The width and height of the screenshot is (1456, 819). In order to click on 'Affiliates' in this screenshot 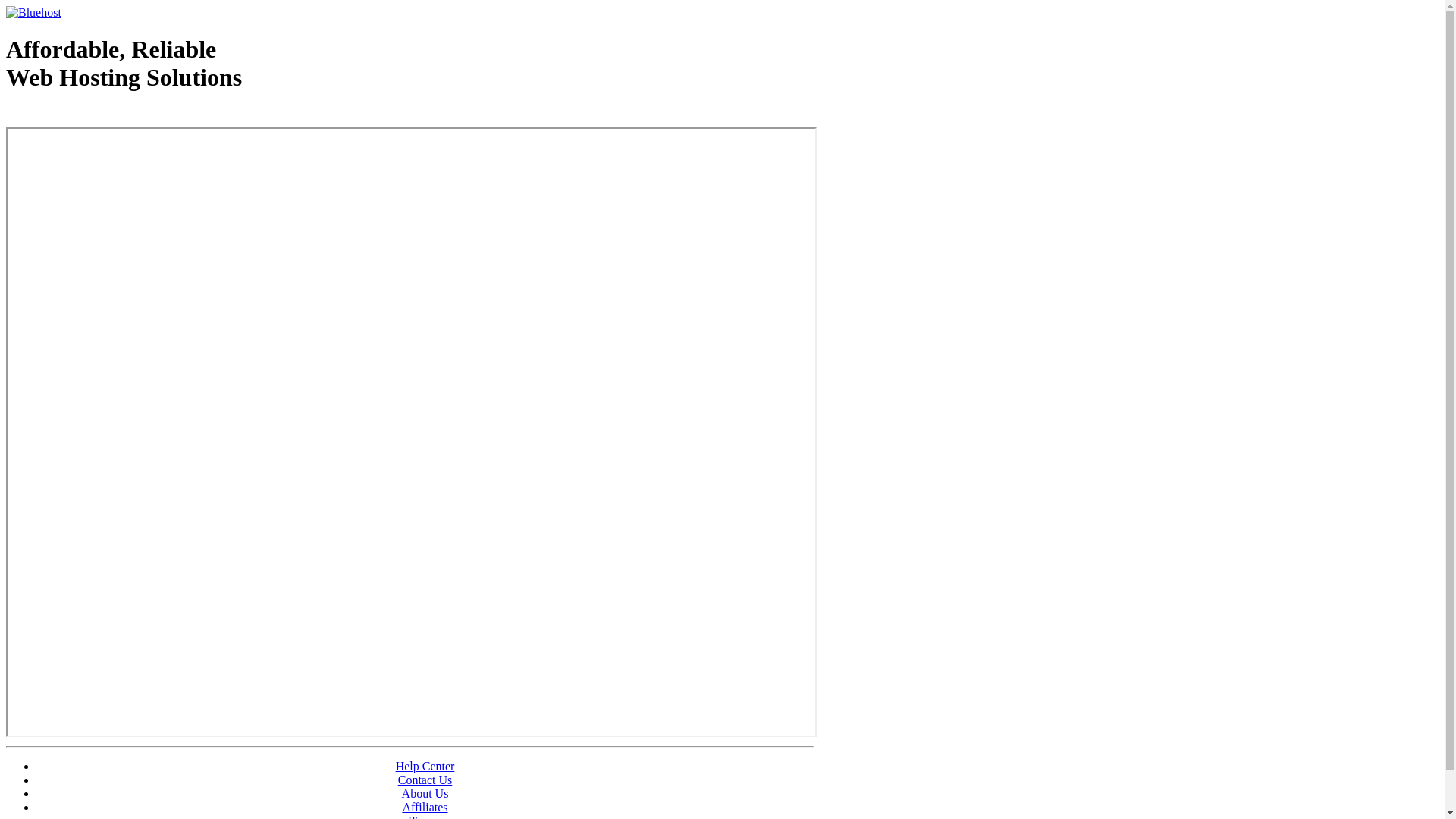, I will do `click(425, 806)`.